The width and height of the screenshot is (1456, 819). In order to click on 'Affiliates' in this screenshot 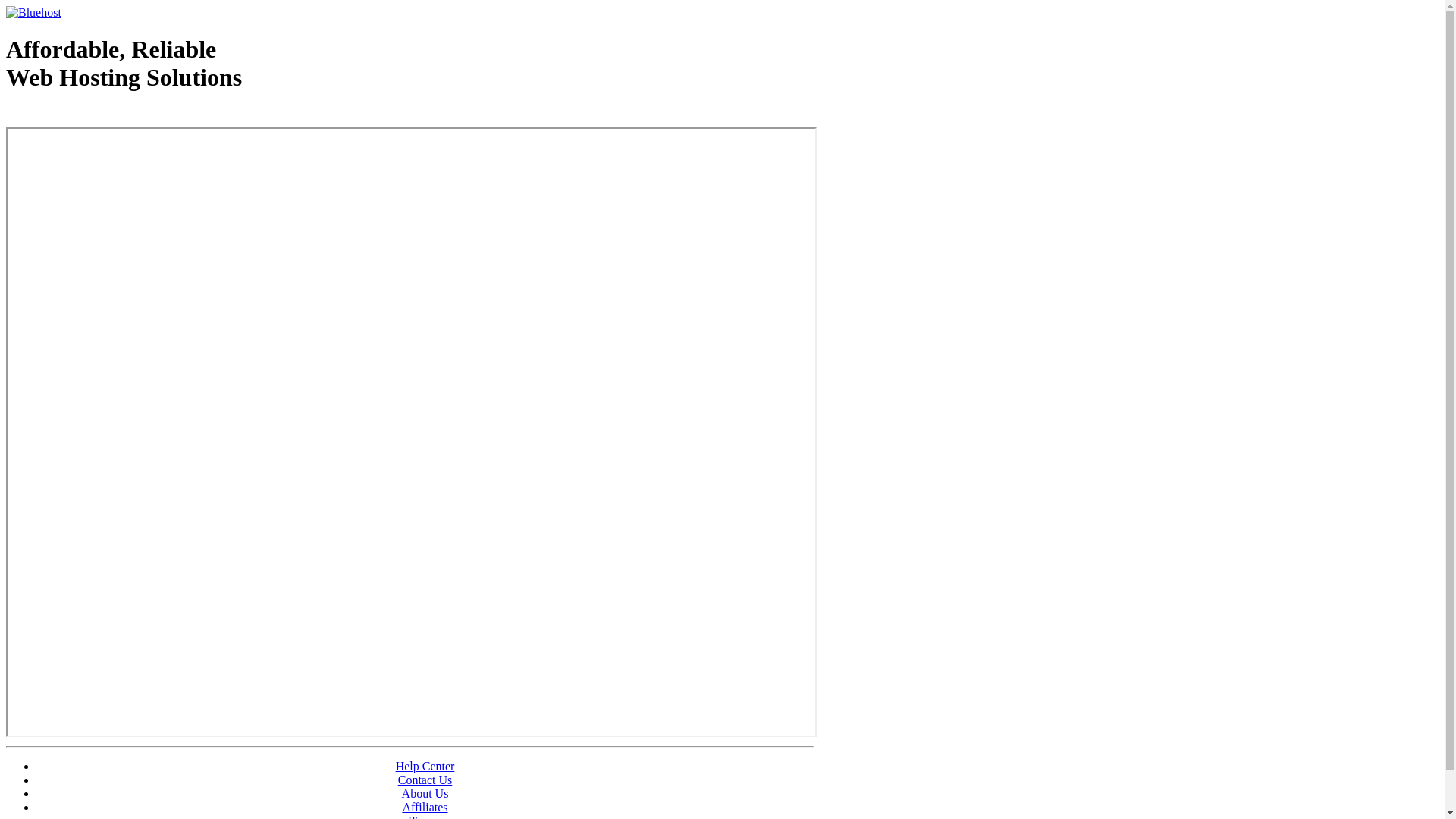, I will do `click(425, 806)`.